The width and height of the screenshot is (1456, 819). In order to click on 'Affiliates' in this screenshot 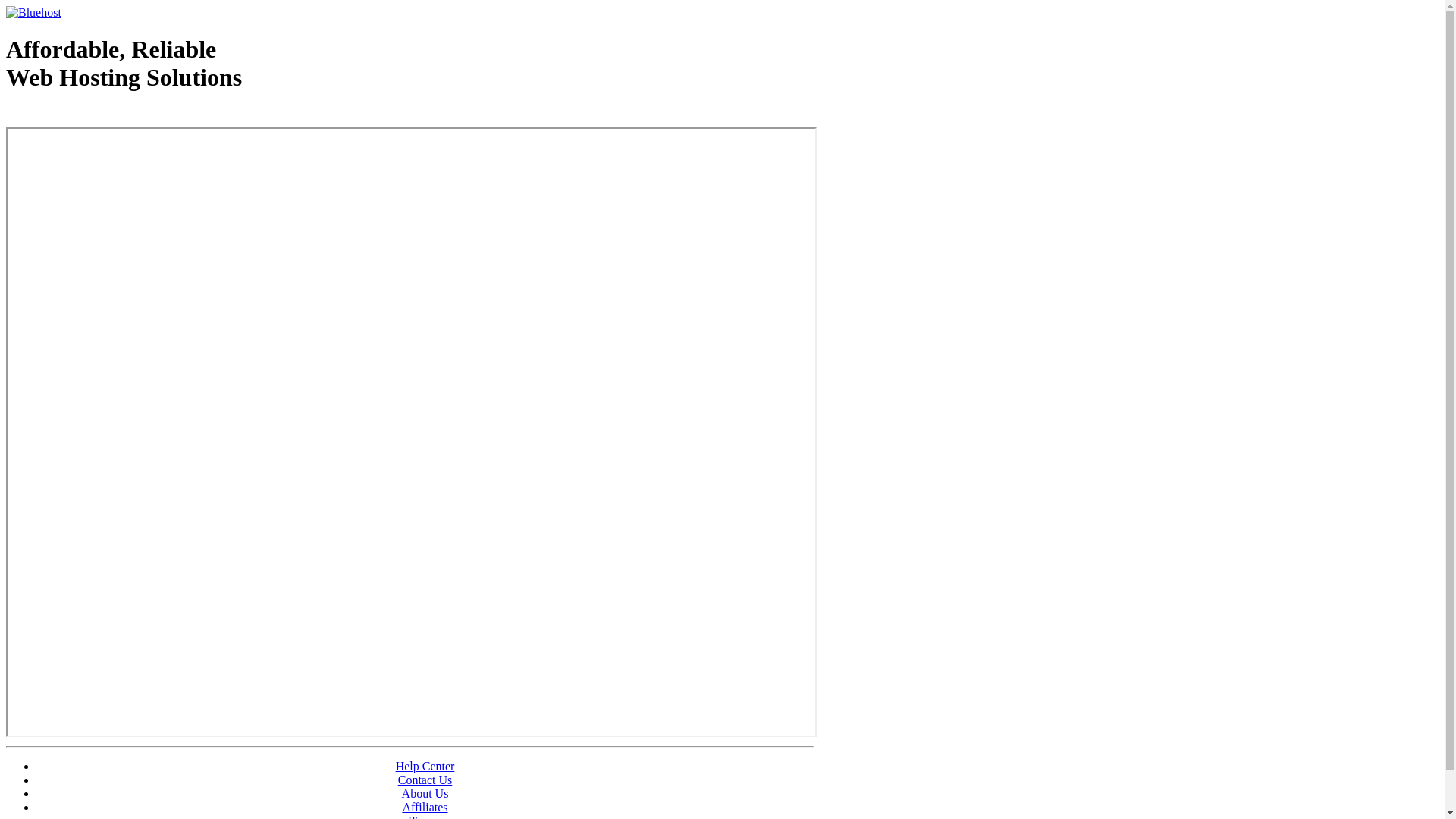, I will do `click(425, 806)`.